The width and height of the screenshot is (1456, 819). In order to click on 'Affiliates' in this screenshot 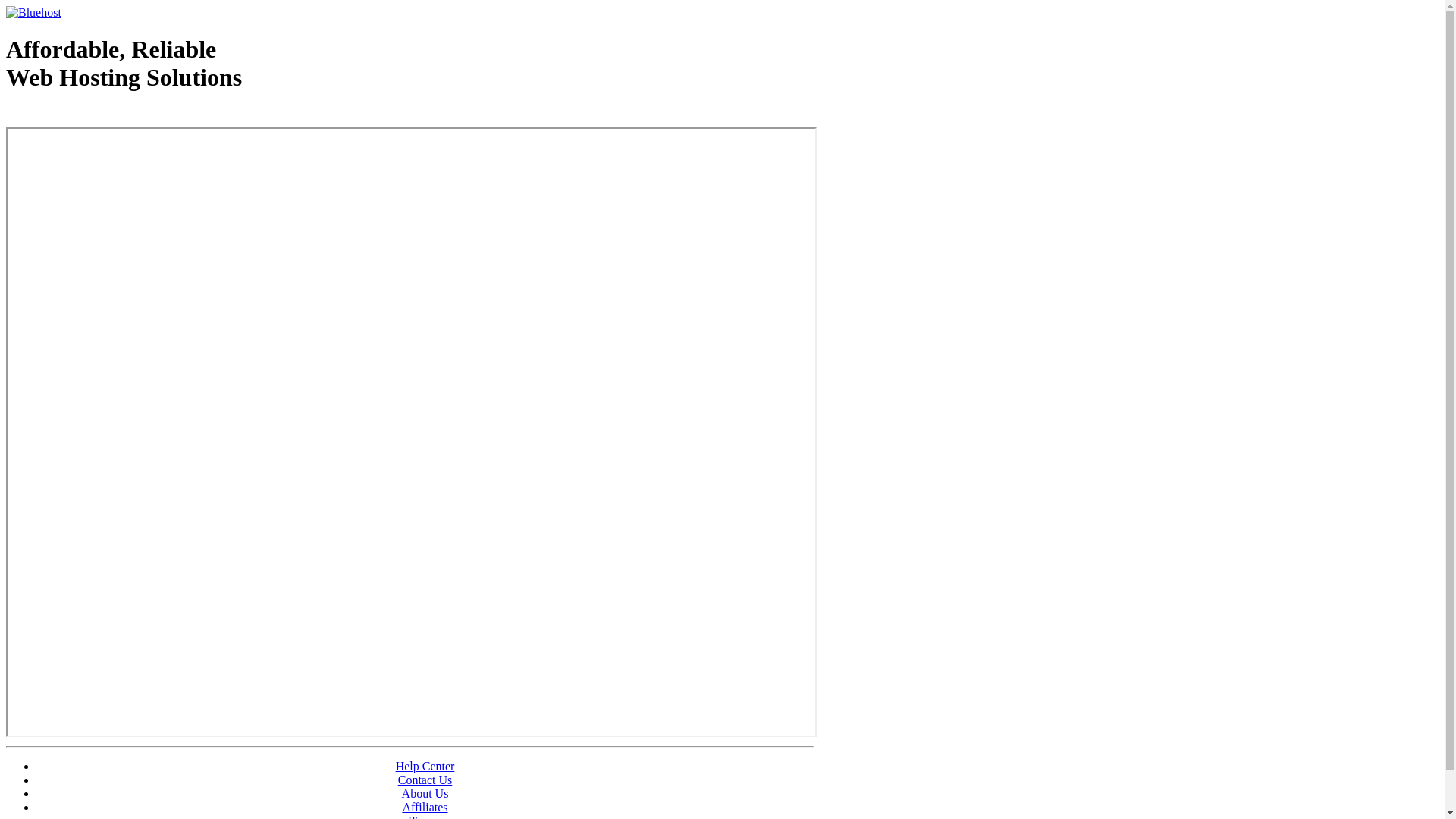, I will do `click(425, 806)`.